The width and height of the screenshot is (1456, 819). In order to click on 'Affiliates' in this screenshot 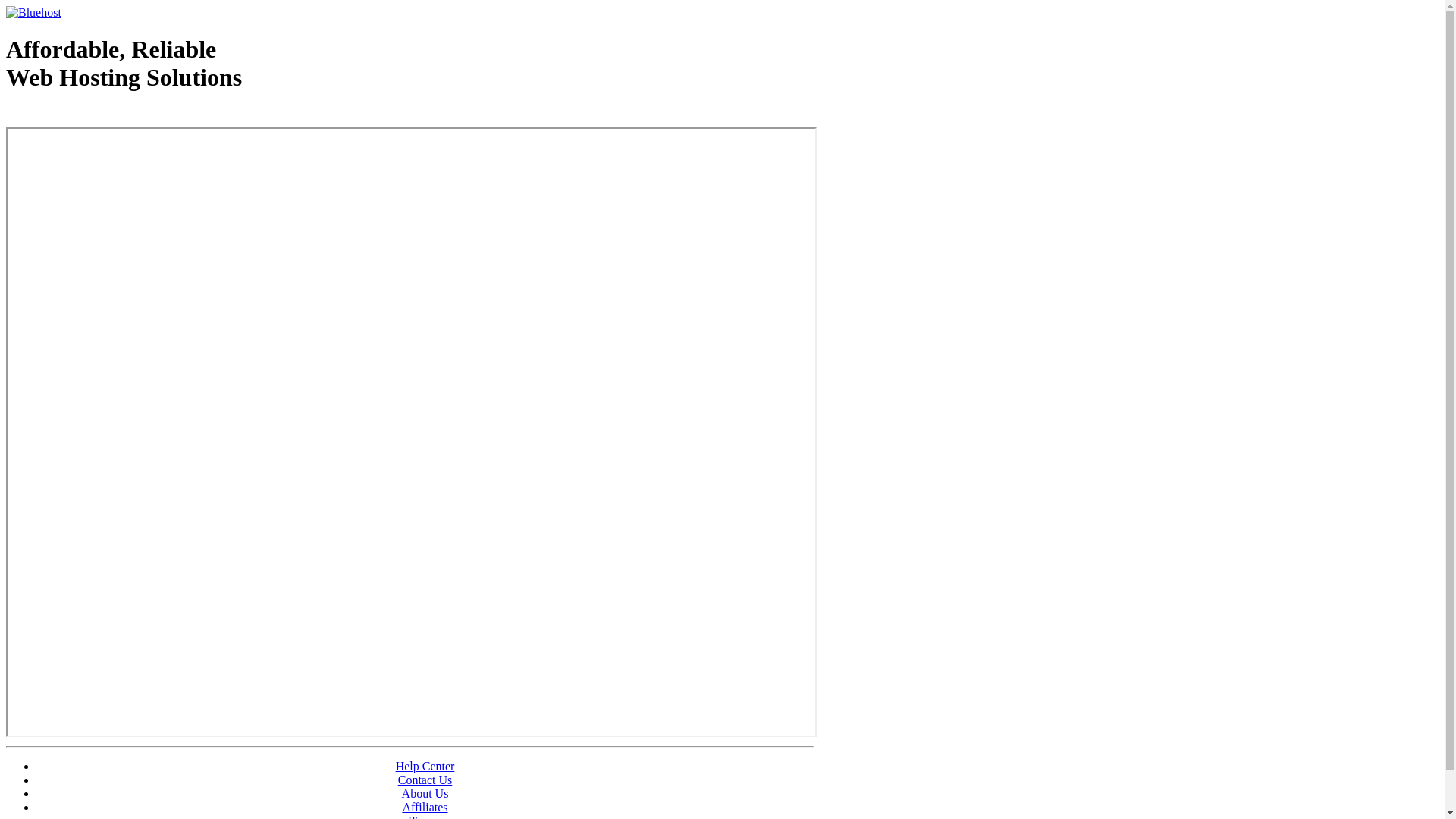, I will do `click(425, 806)`.